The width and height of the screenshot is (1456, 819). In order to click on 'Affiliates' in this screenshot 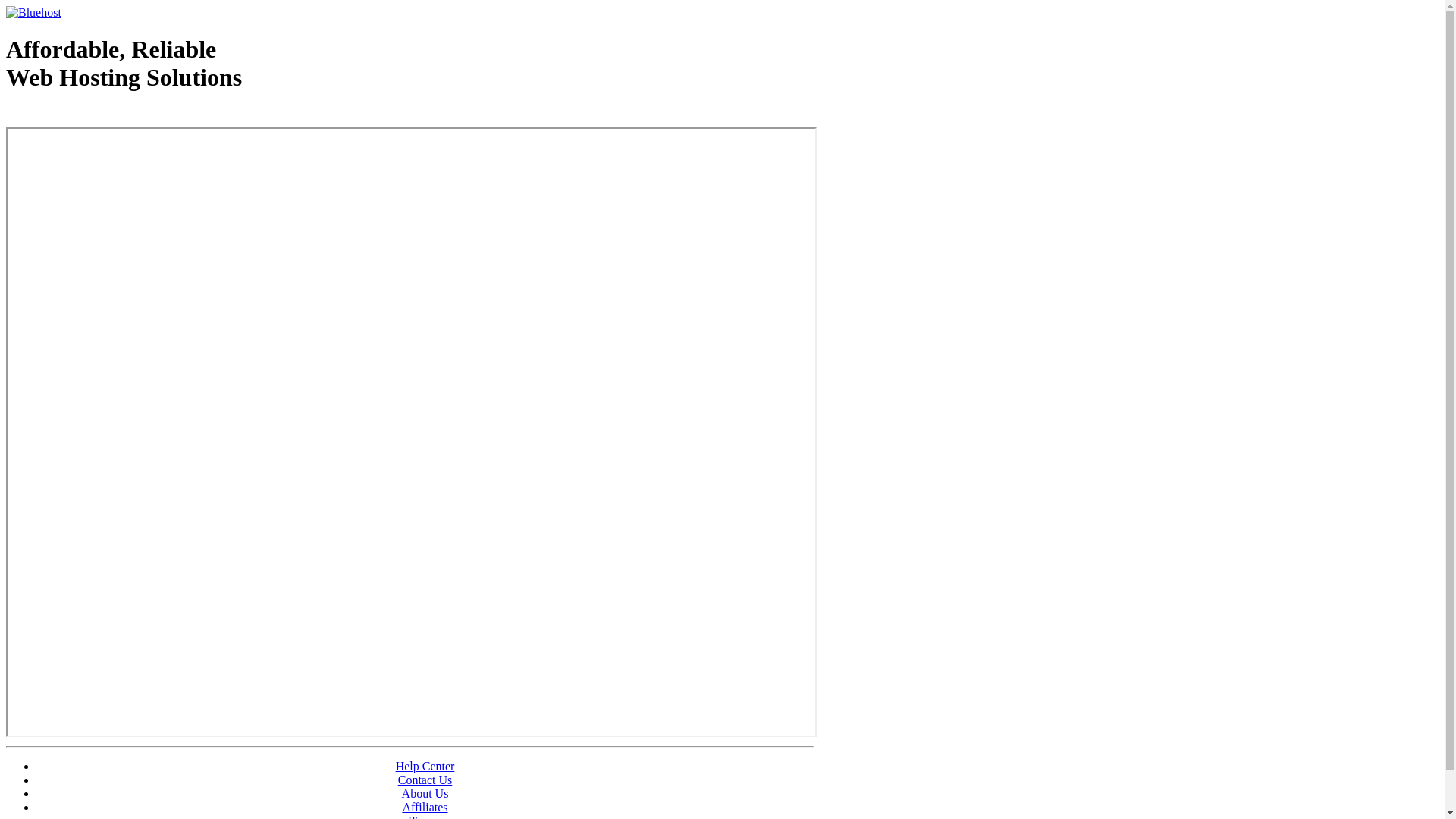, I will do `click(425, 806)`.